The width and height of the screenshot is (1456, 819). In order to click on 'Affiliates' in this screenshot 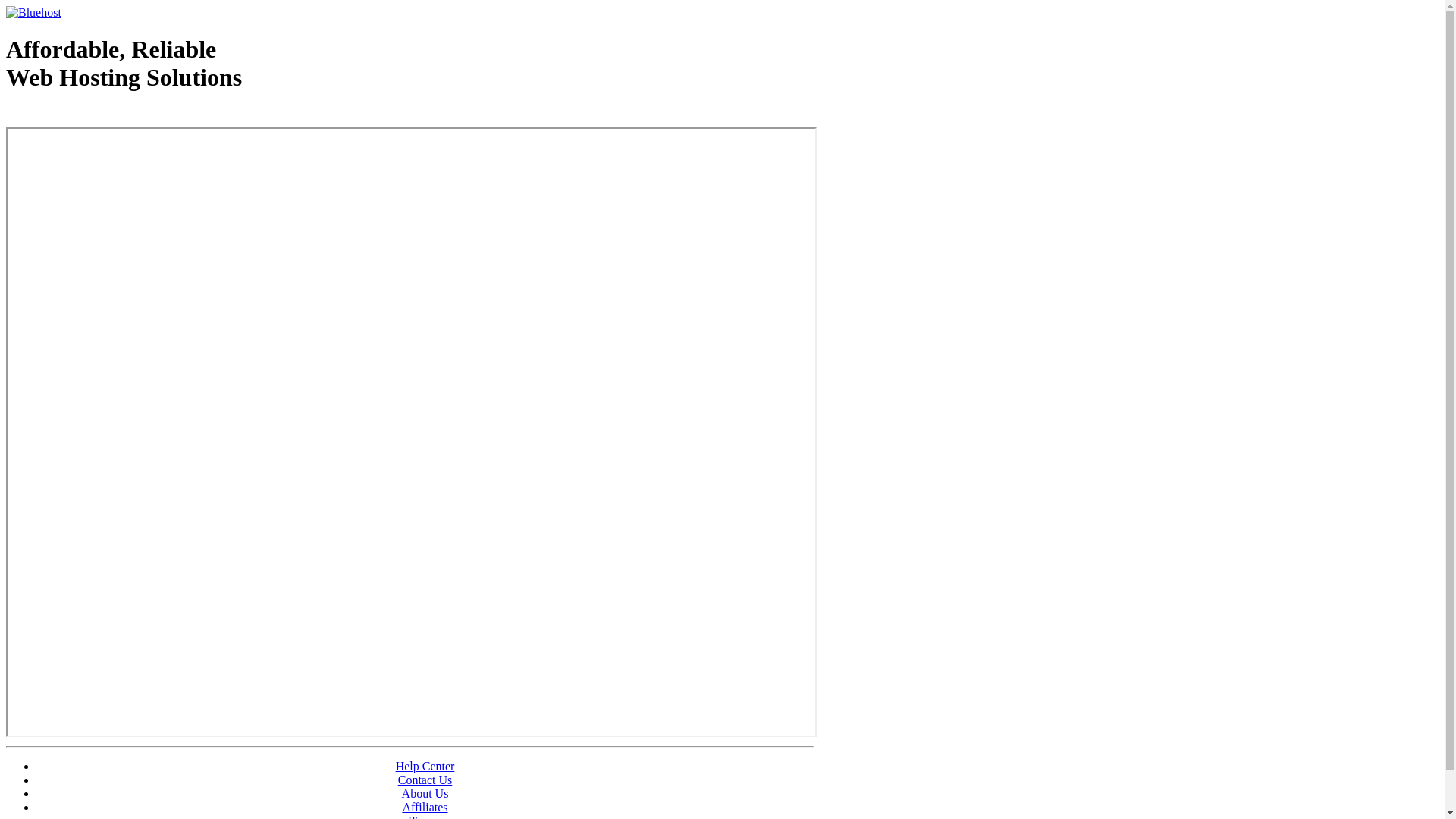, I will do `click(425, 806)`.